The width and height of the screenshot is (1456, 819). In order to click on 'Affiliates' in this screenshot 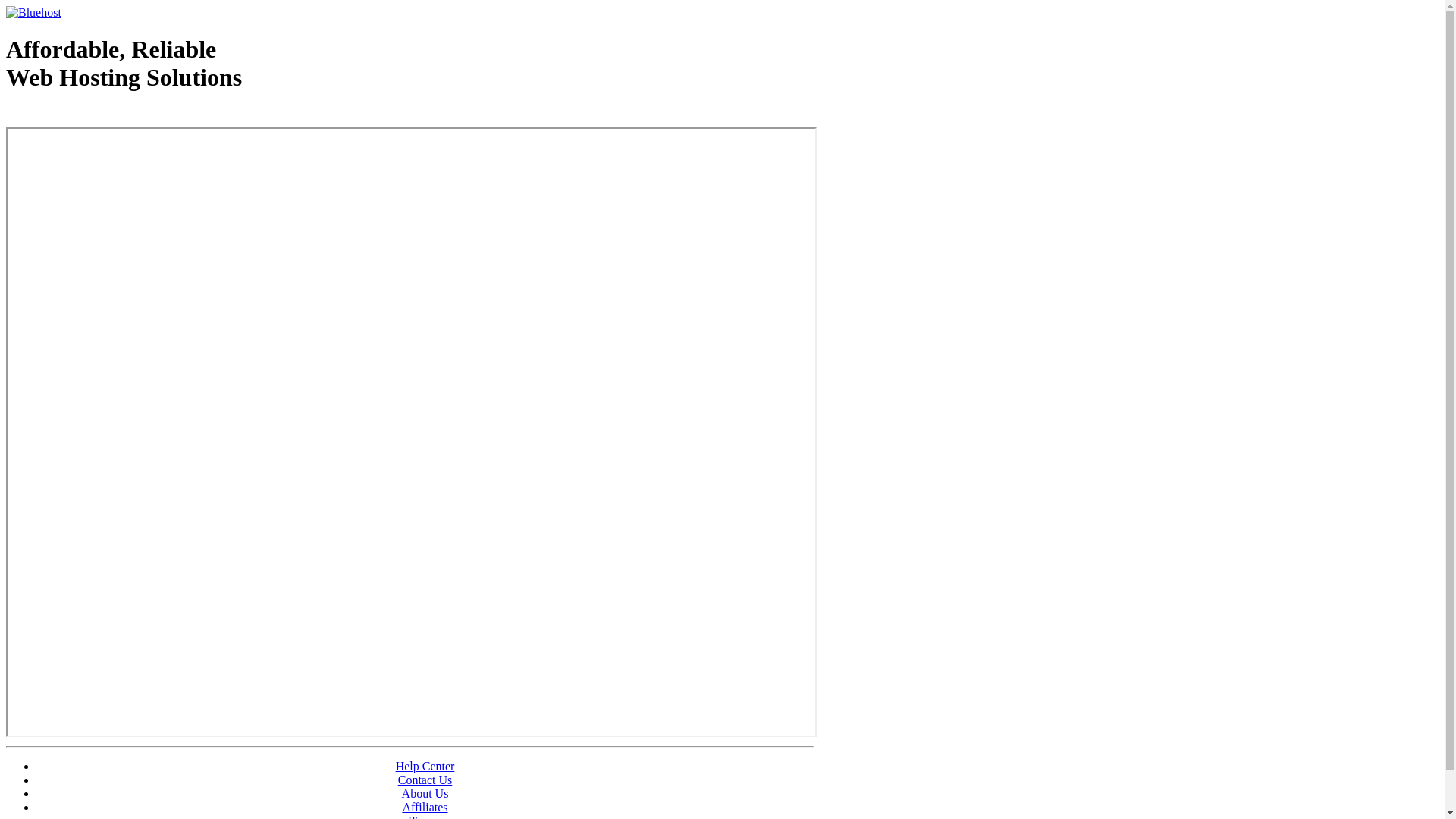, I will do `click(425, 806)`.